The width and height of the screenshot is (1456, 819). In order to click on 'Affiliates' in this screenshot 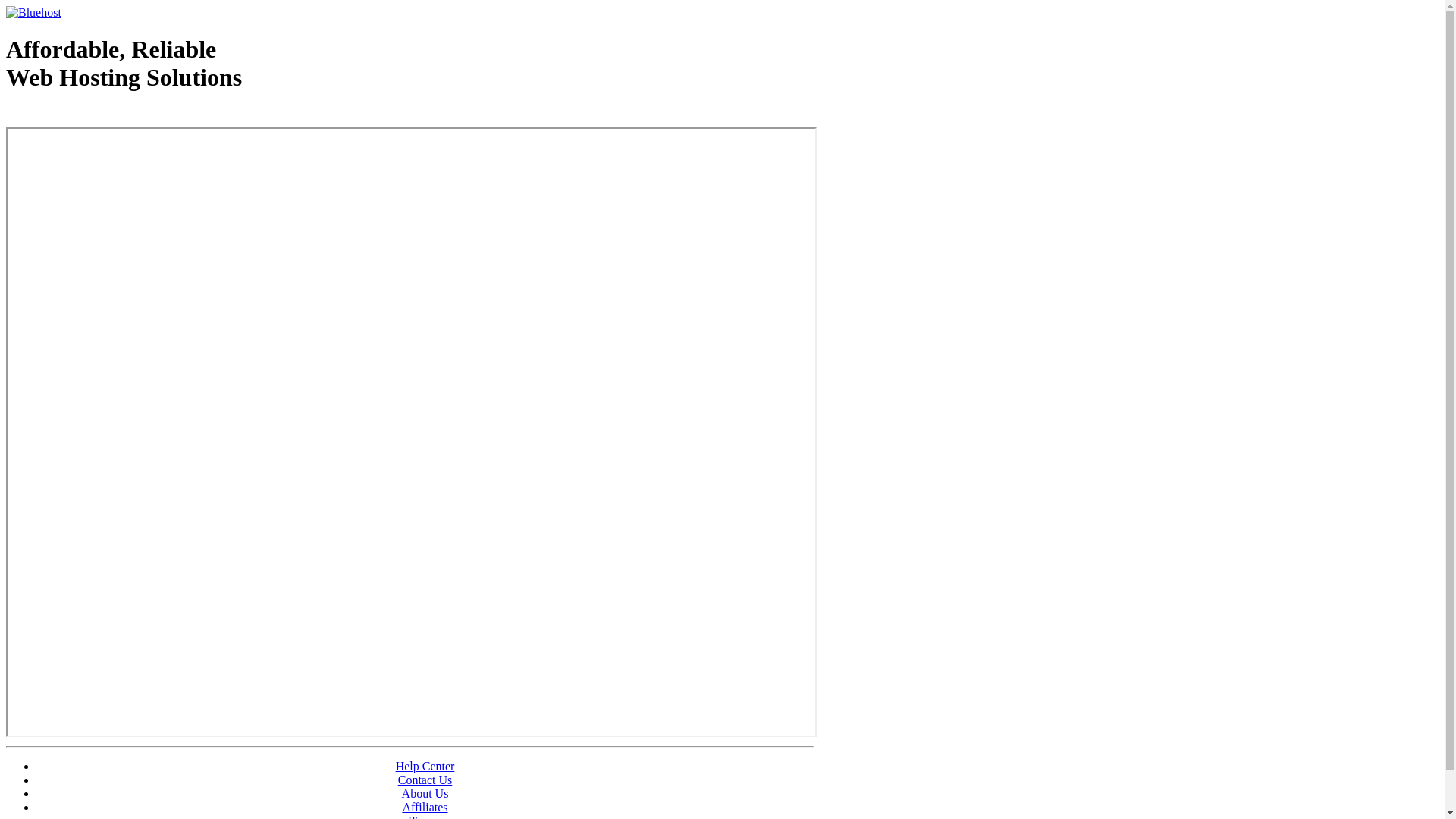, I will do `click(425, 806)`.